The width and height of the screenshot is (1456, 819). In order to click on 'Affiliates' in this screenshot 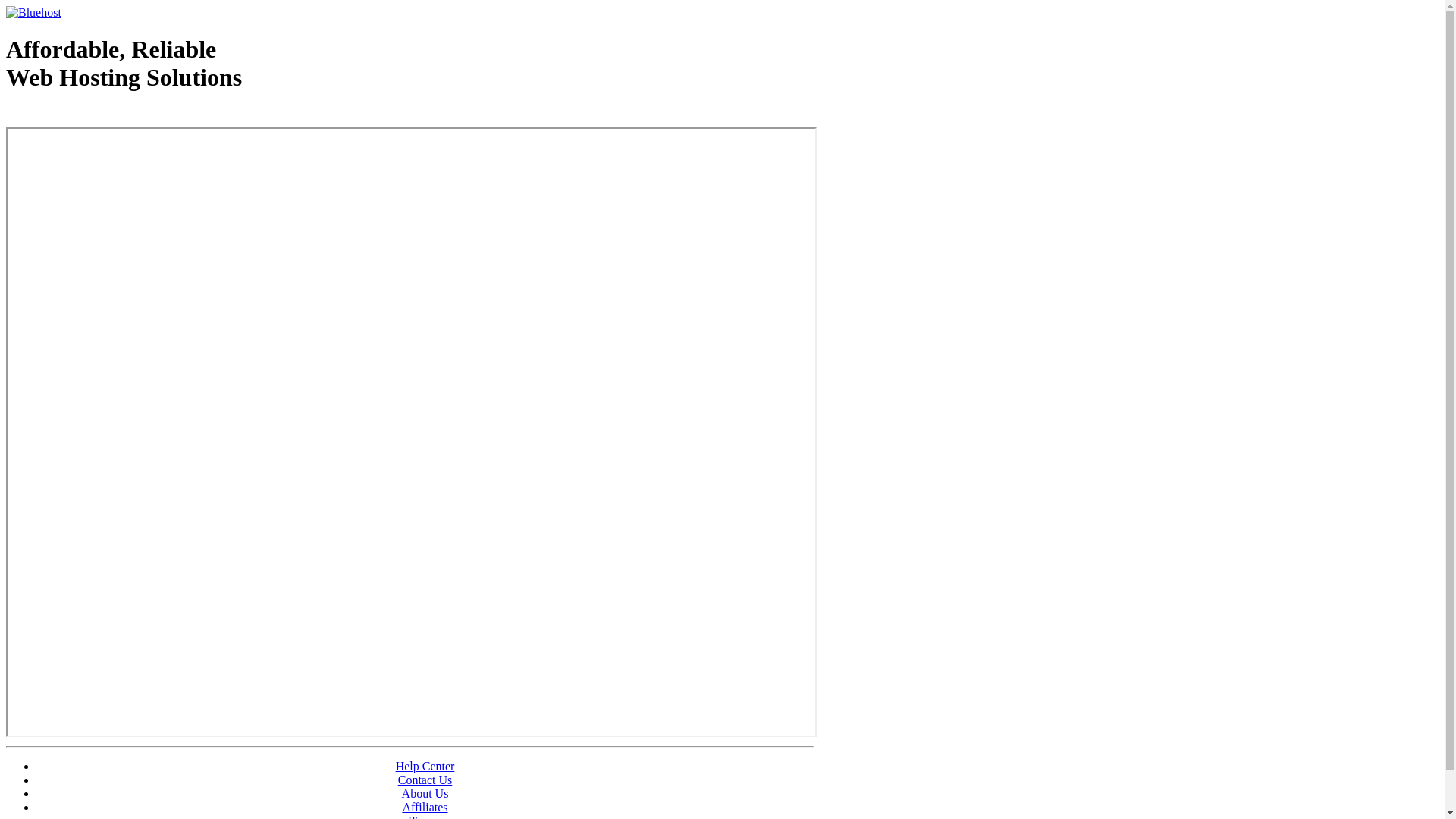, I will do `click(425, 806)`.